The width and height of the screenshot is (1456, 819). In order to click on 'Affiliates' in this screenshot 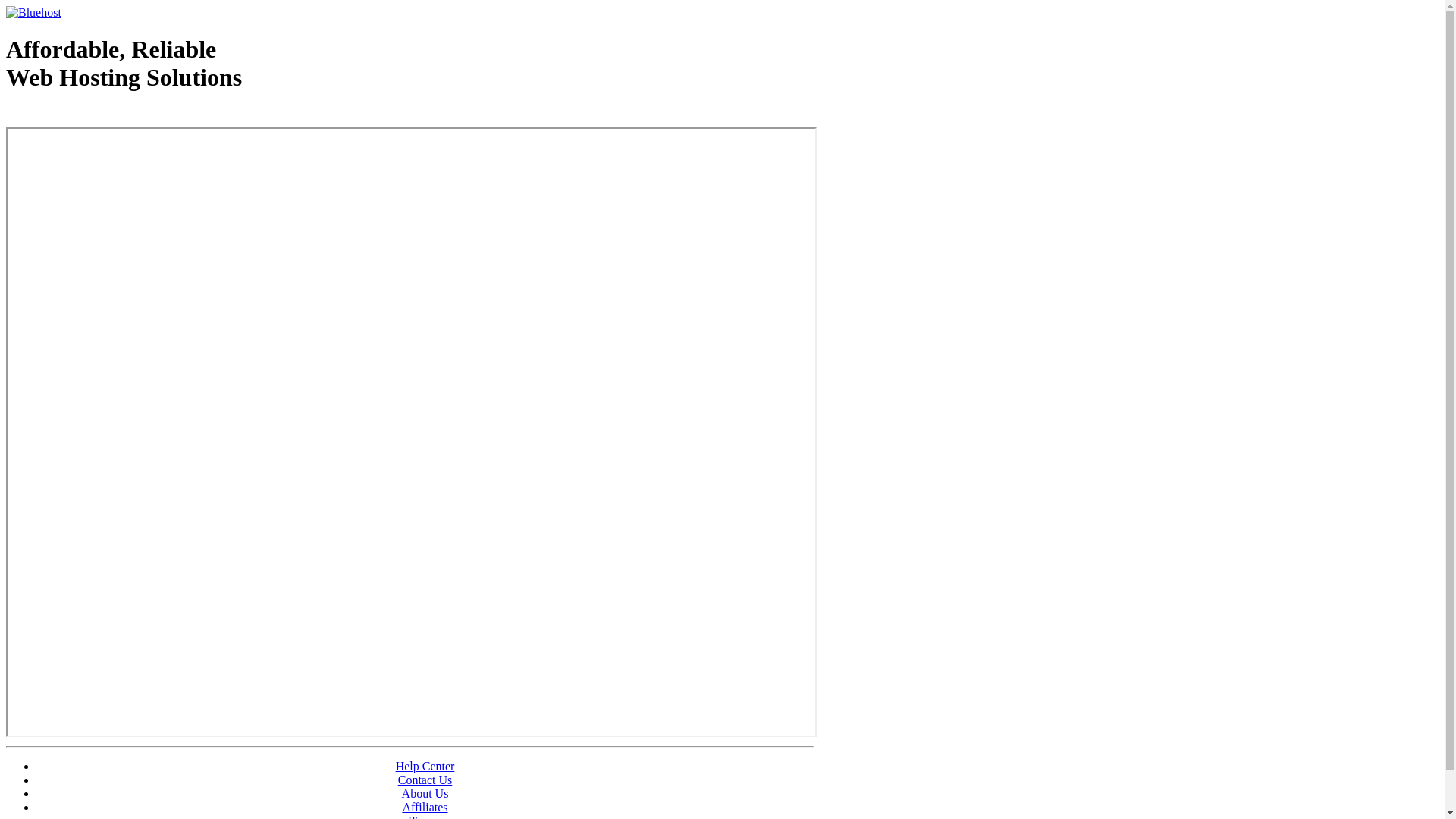, I will do `click(425, 806)`.